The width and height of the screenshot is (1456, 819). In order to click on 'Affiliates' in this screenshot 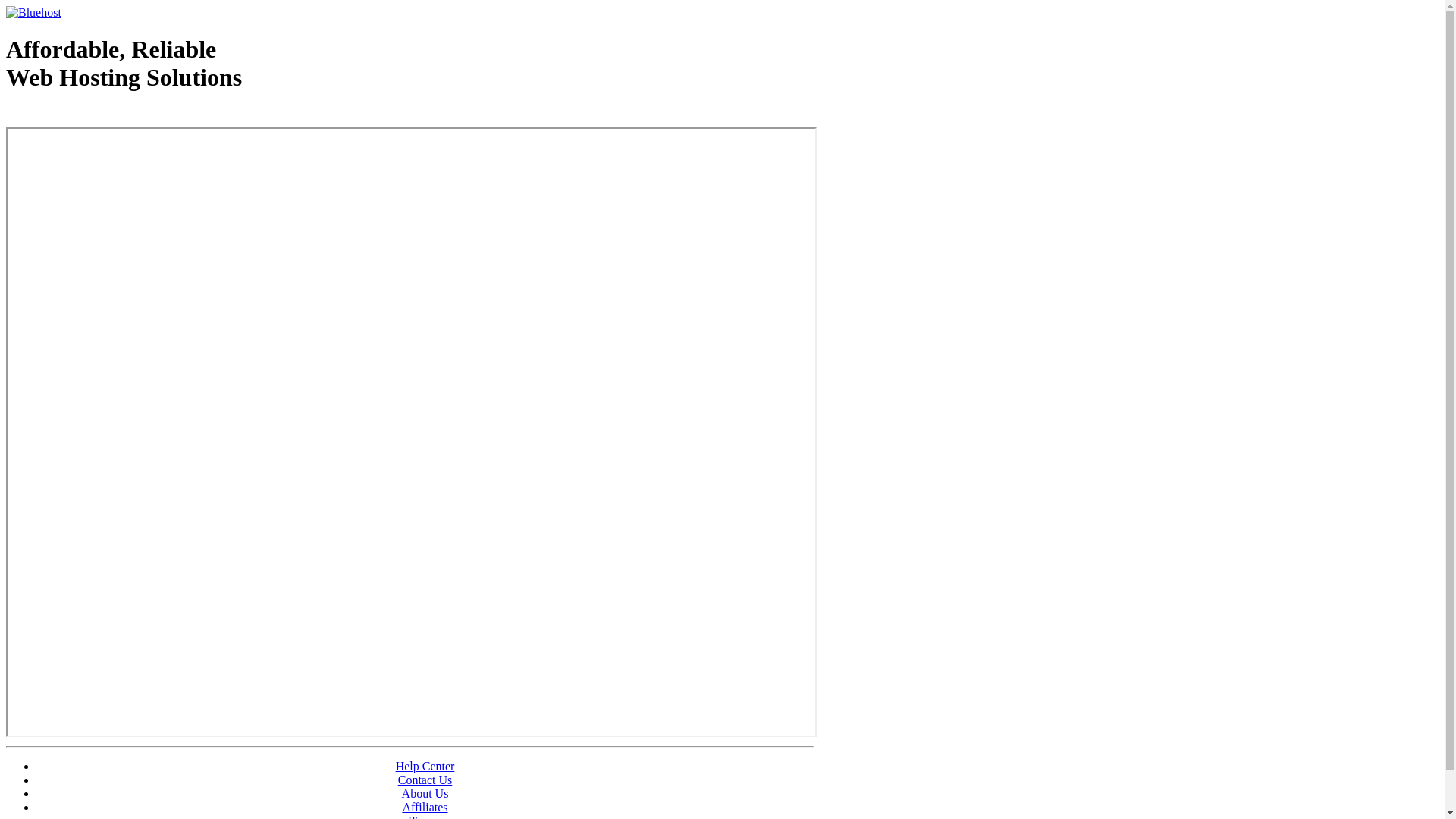, I will do `click(425, 806)`.